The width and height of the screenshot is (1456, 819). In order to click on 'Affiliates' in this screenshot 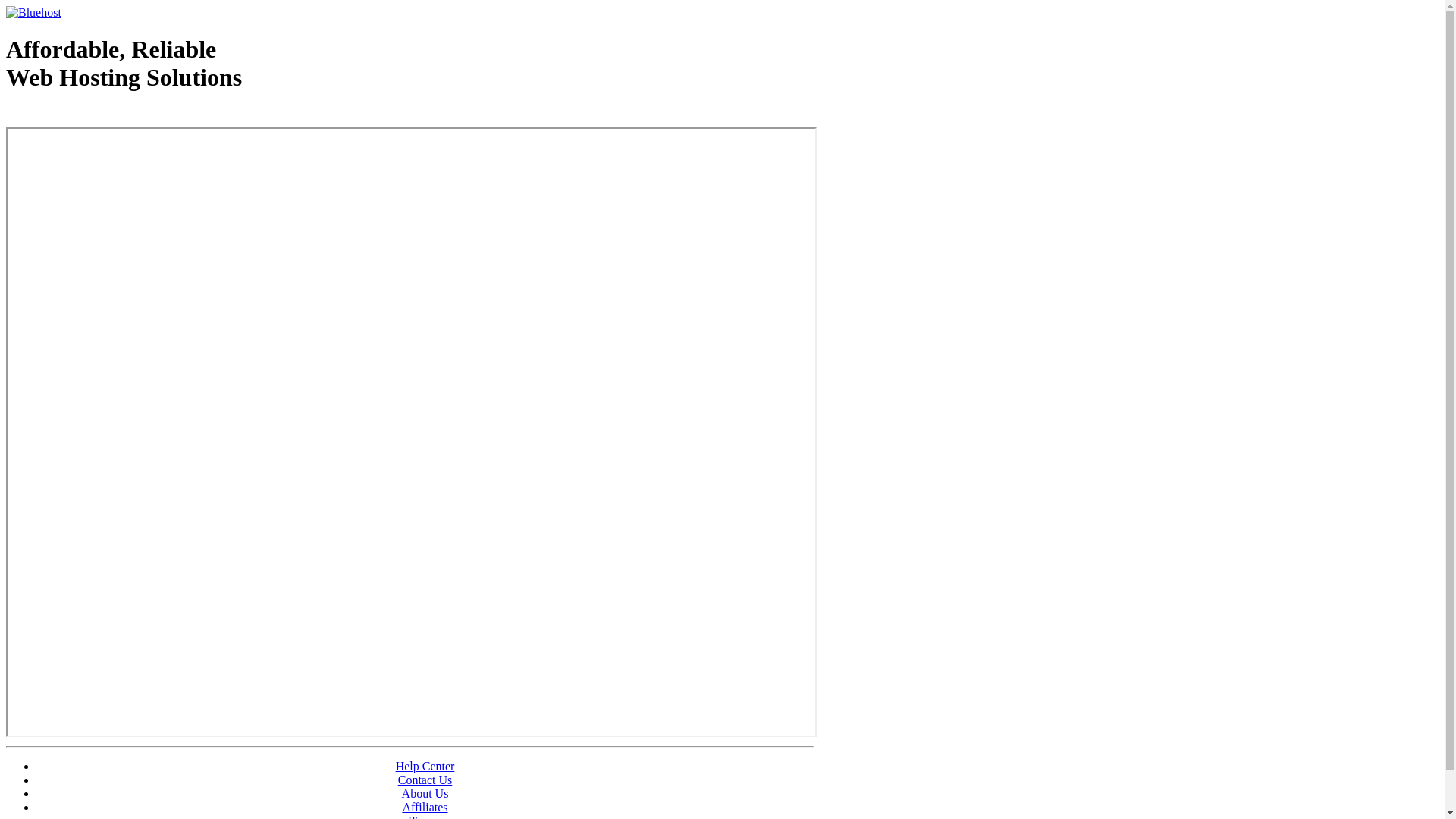, I will do `click(425, 806)`.